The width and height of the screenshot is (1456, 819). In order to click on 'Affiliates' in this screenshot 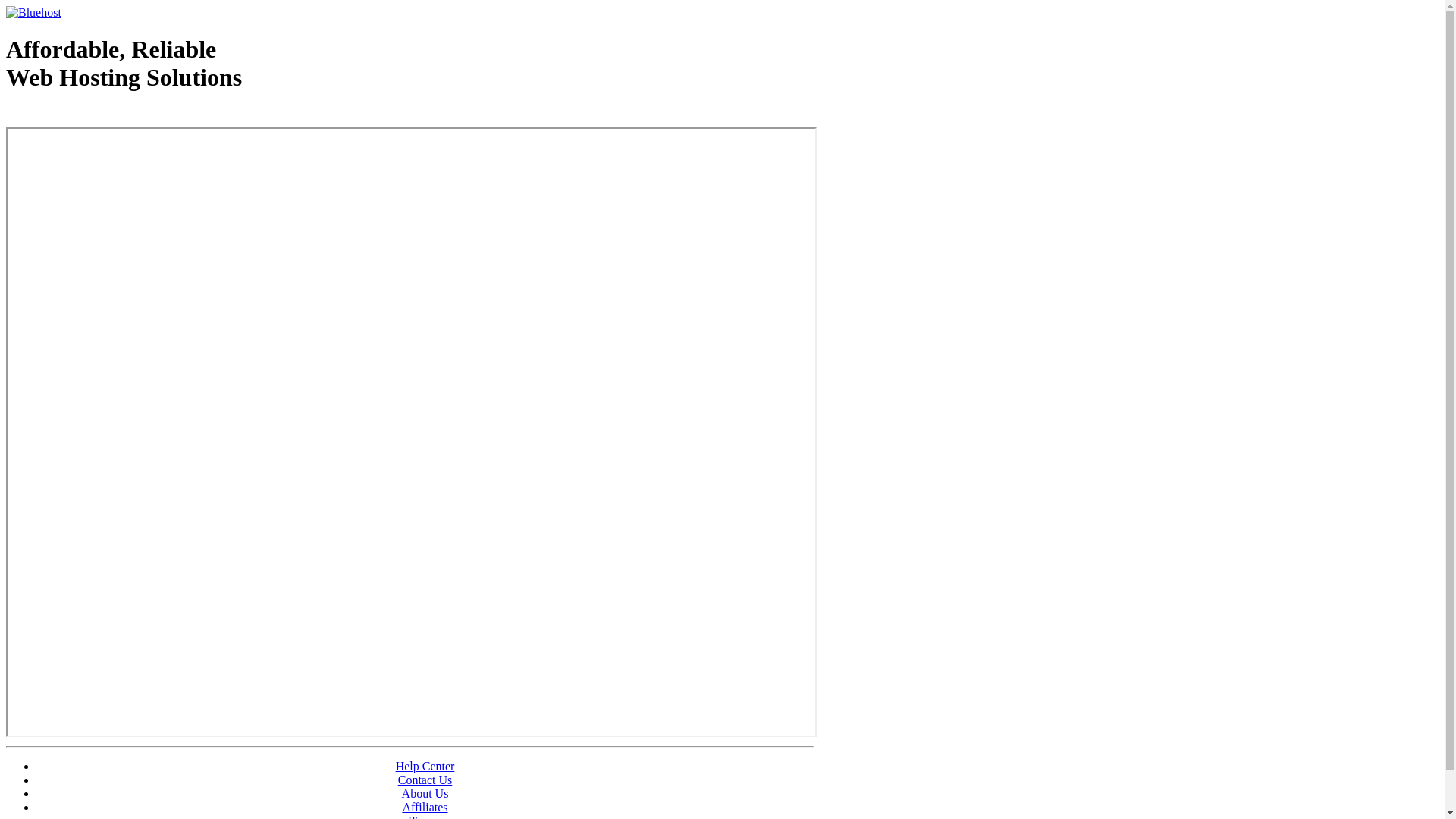, I will do `click(425, 806)`.